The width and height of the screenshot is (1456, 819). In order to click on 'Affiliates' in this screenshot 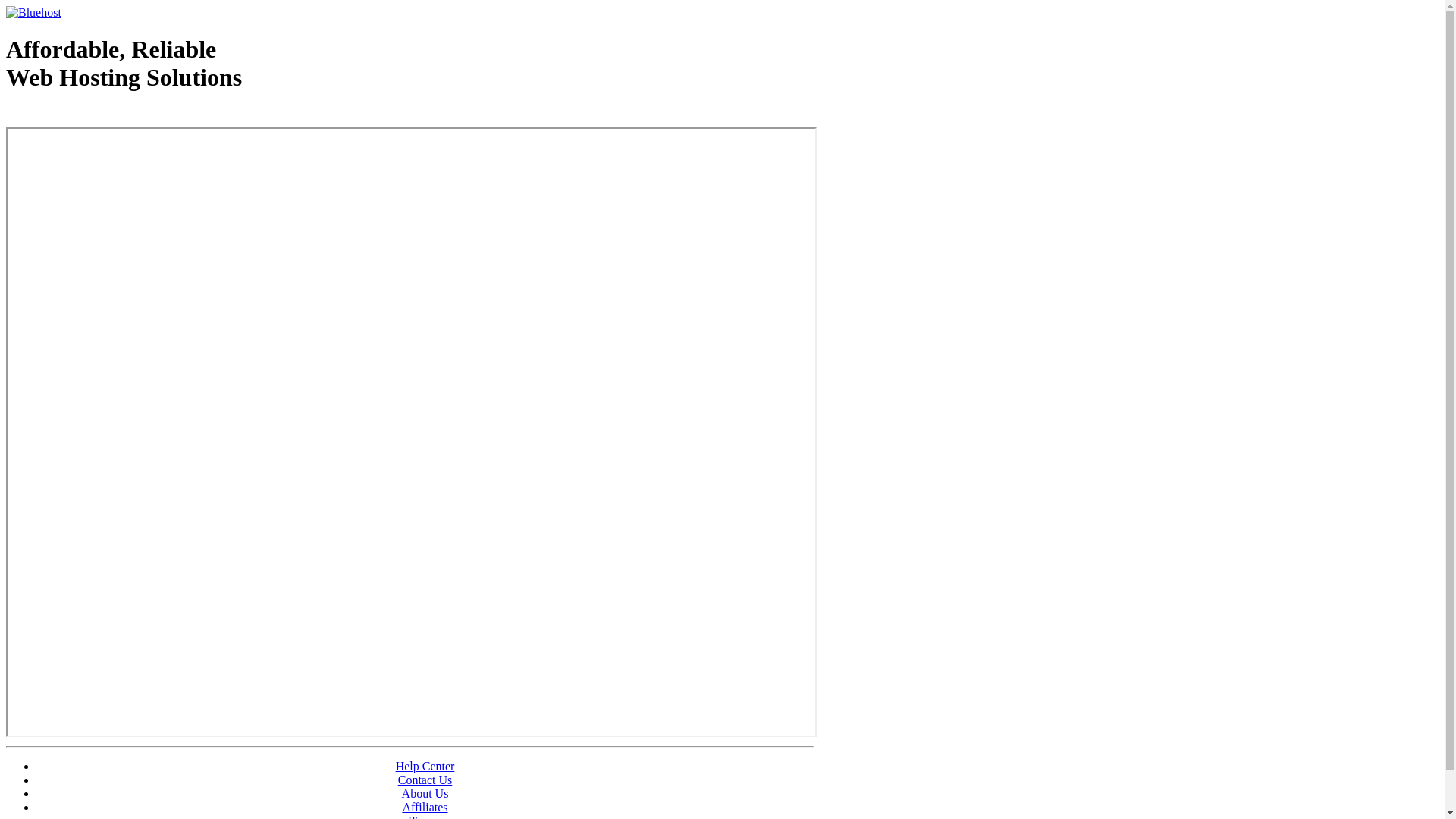, I will do `click(425, 806)`.